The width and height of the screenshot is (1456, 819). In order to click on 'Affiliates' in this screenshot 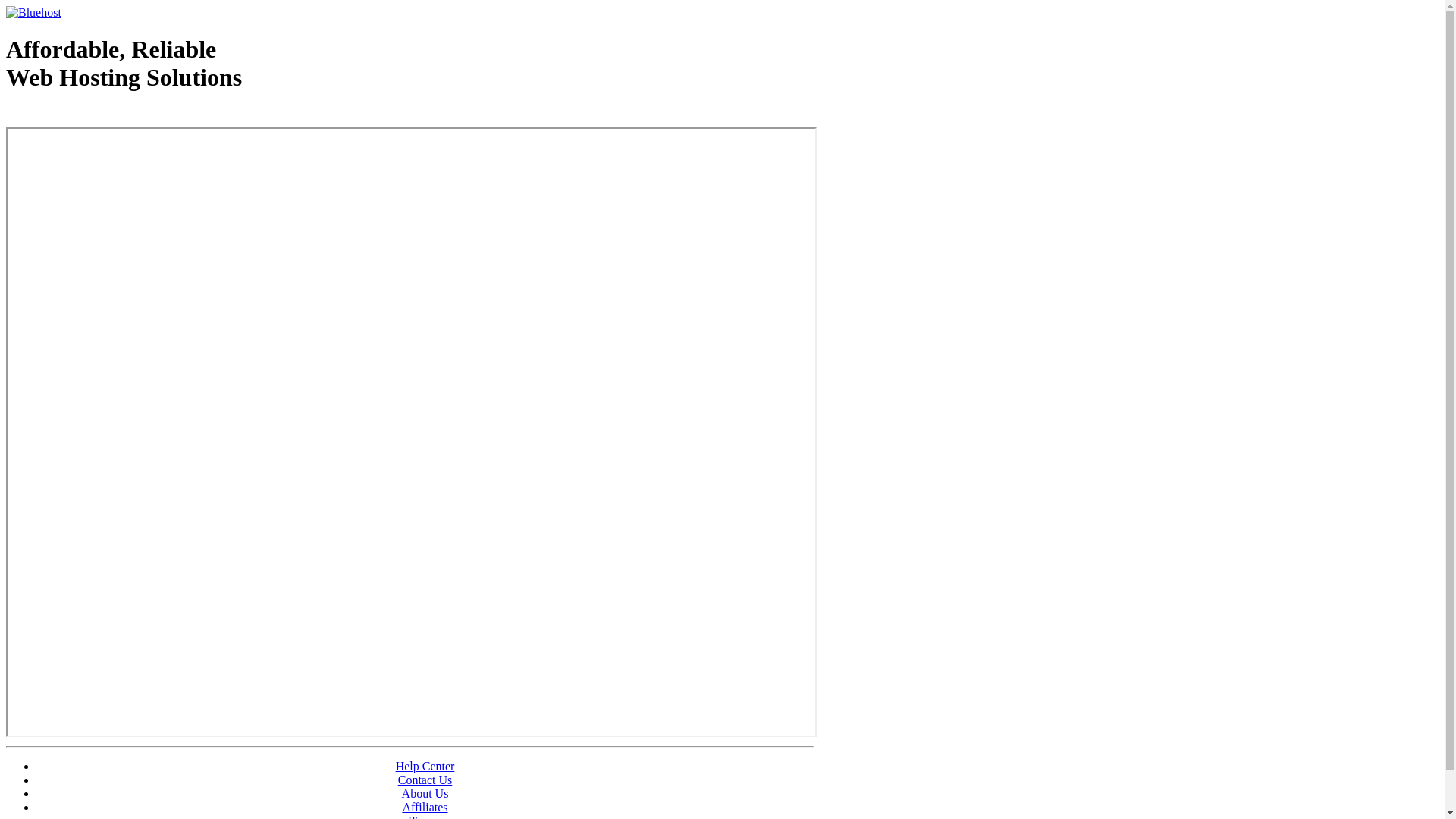, I will do `click(425, 806)`.